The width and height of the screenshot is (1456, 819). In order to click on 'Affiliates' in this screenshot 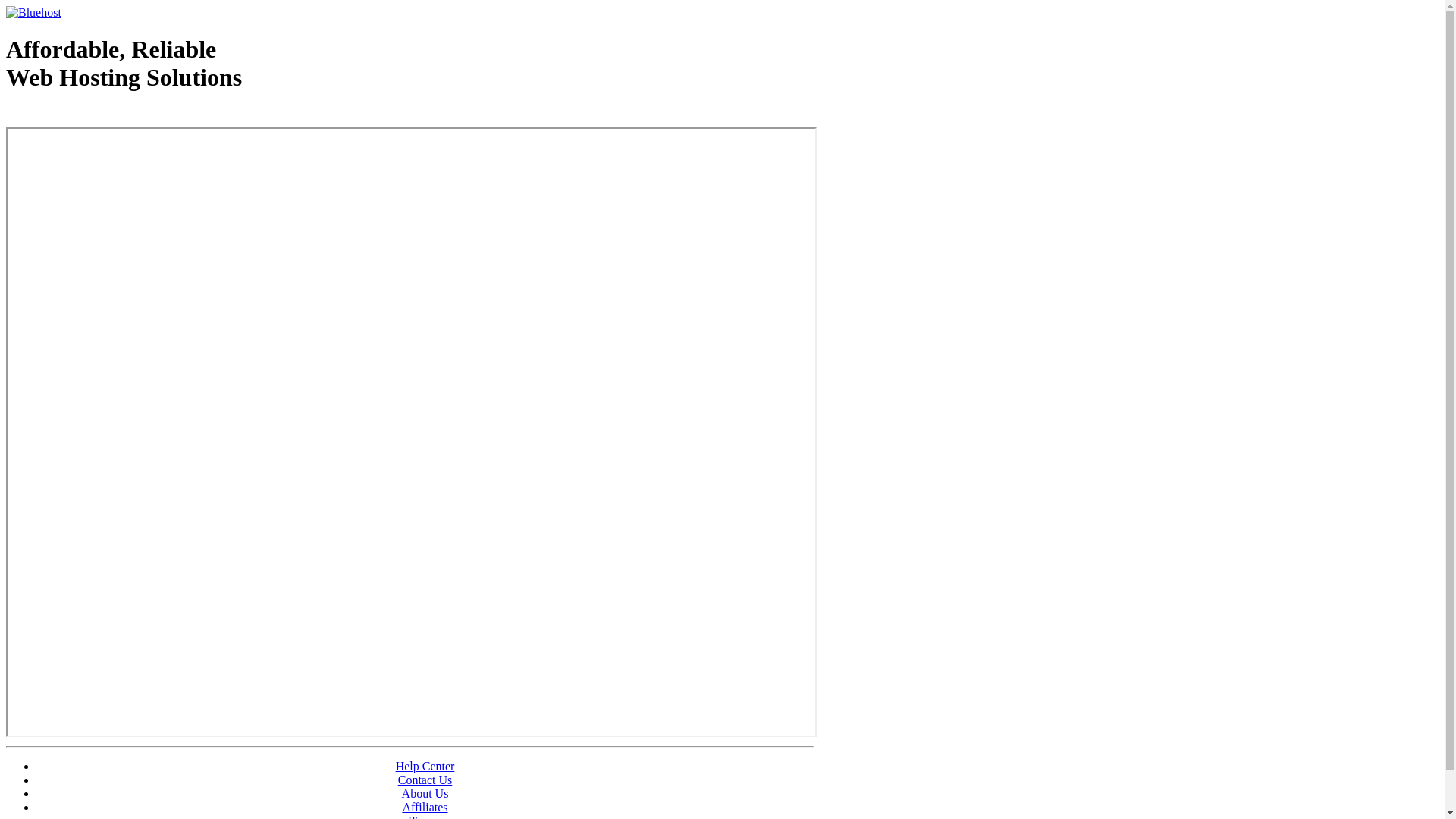, I will do `click(425, 806)`.